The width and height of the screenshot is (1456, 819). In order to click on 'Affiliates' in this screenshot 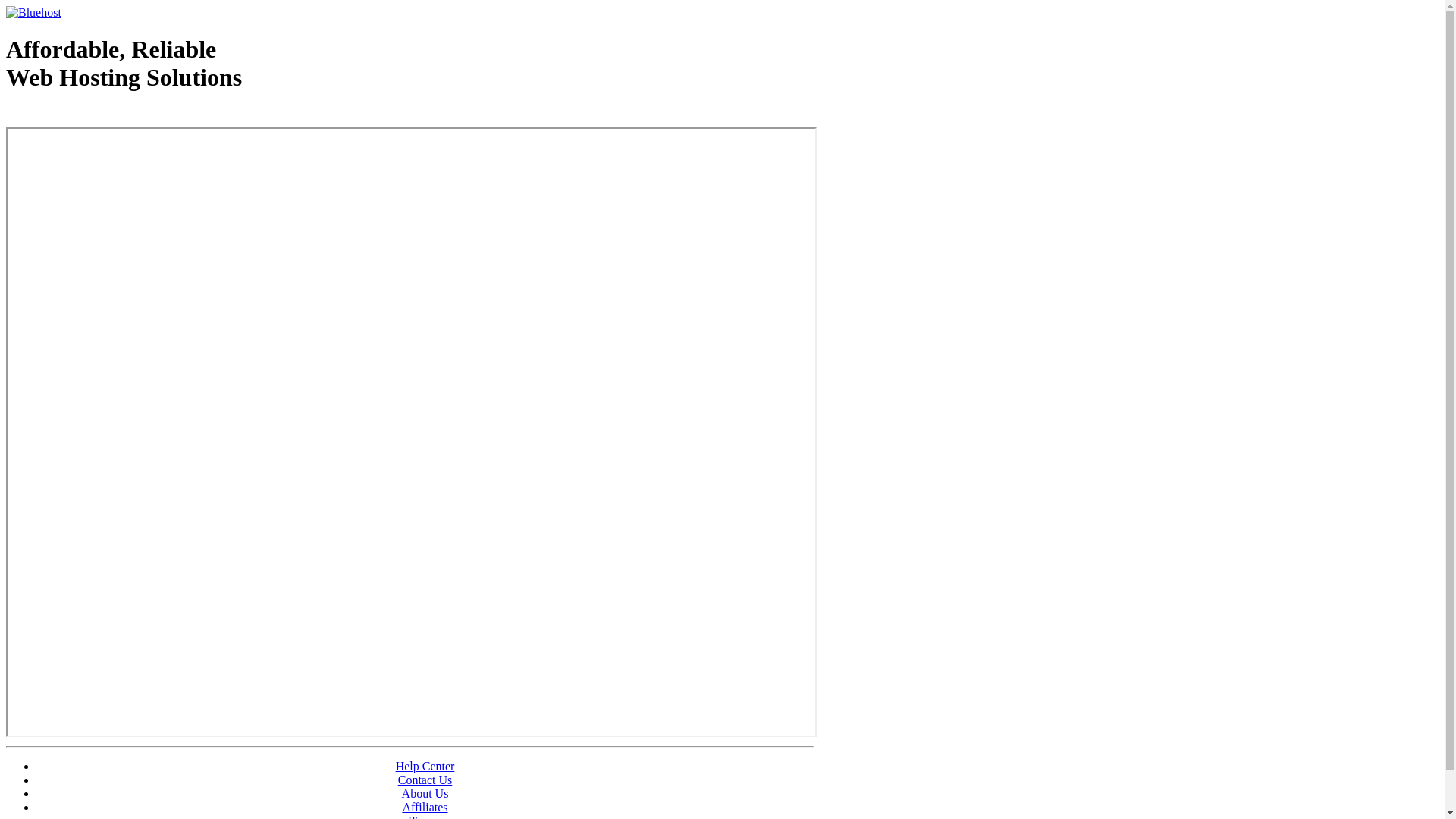, I will do `click(425, 806)`.